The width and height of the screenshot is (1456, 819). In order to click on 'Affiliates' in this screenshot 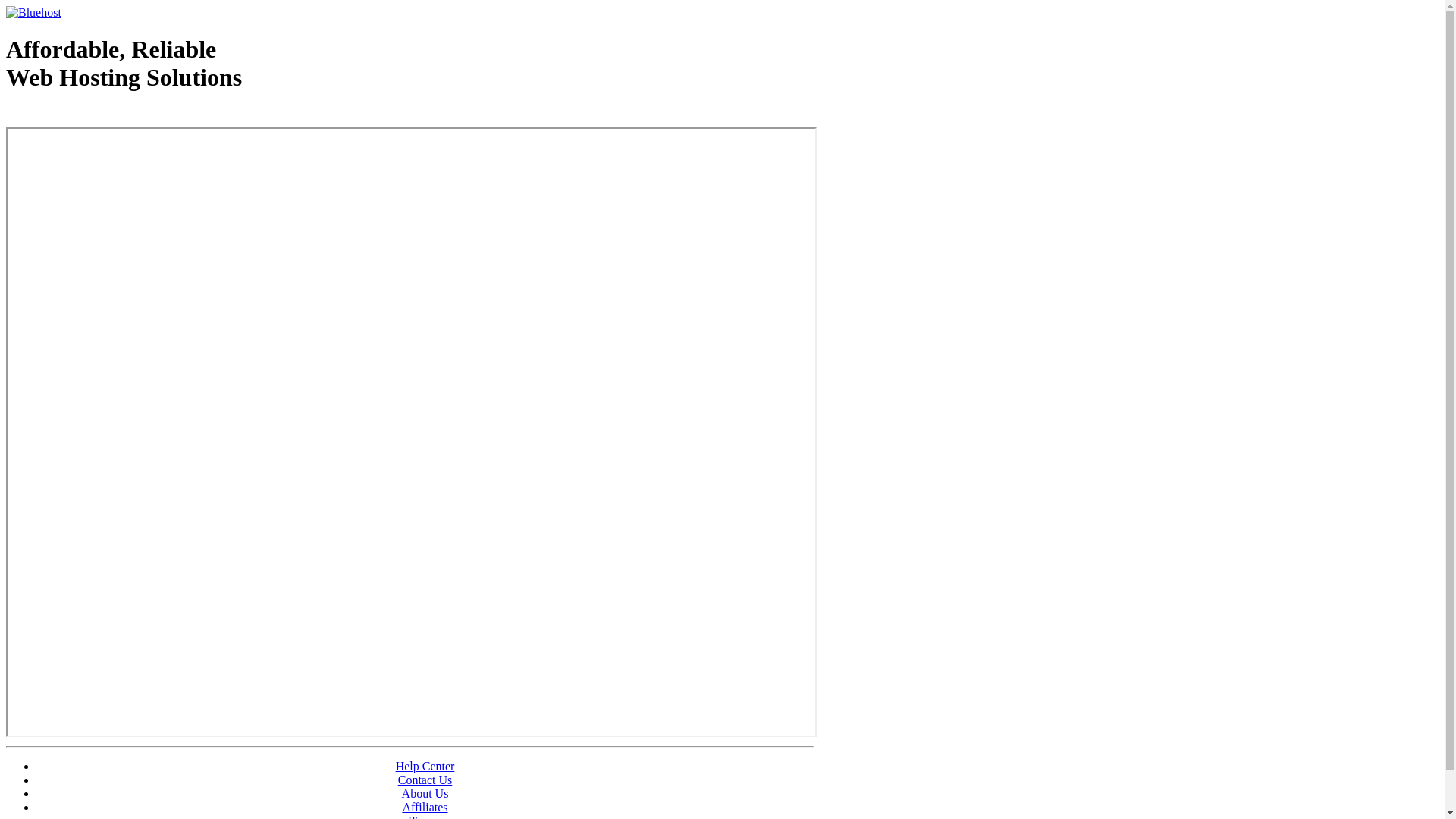, I will do `click(425, 806)`.